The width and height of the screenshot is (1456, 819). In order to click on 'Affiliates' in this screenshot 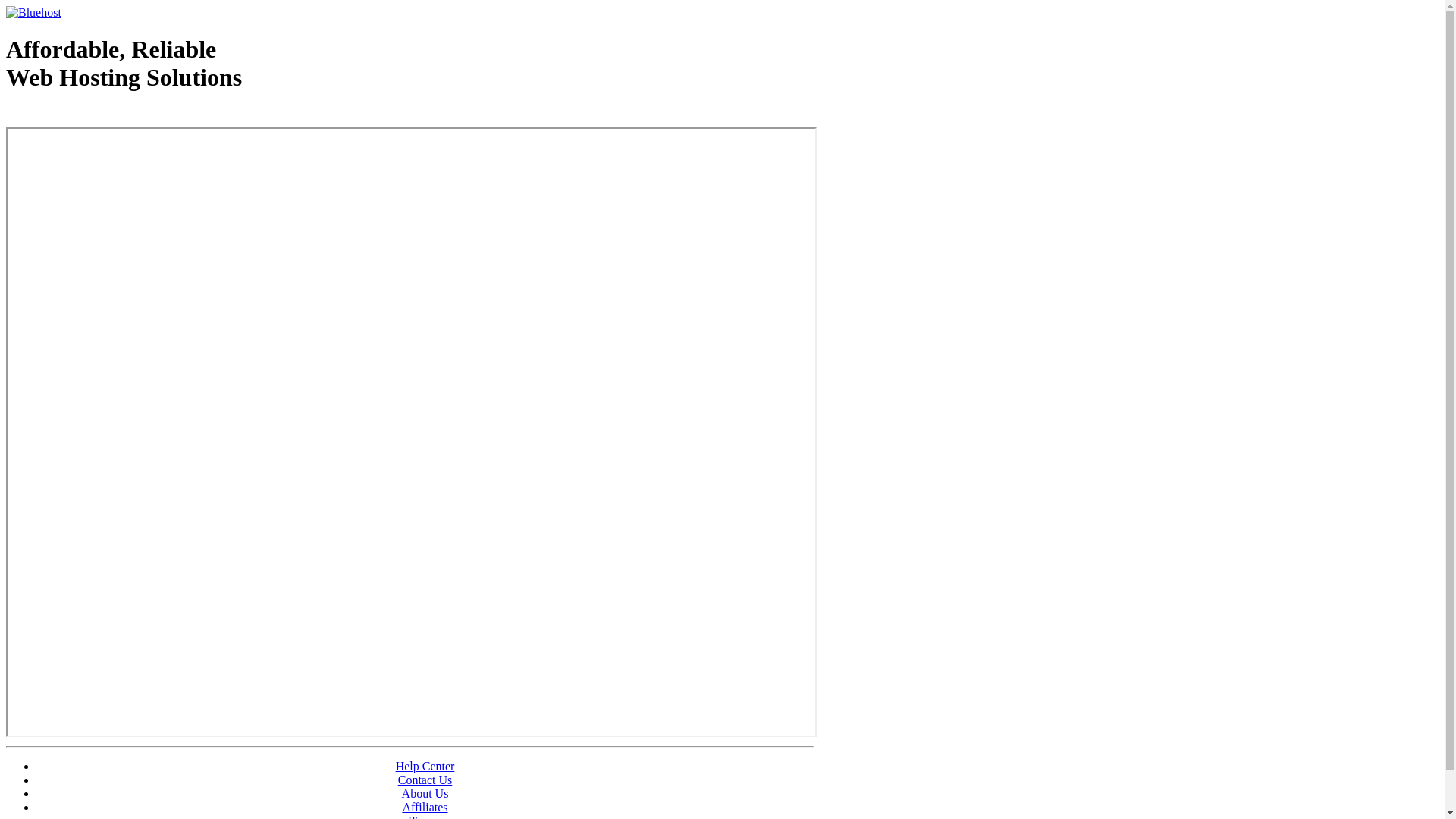, I will do `click(425, 806)`.